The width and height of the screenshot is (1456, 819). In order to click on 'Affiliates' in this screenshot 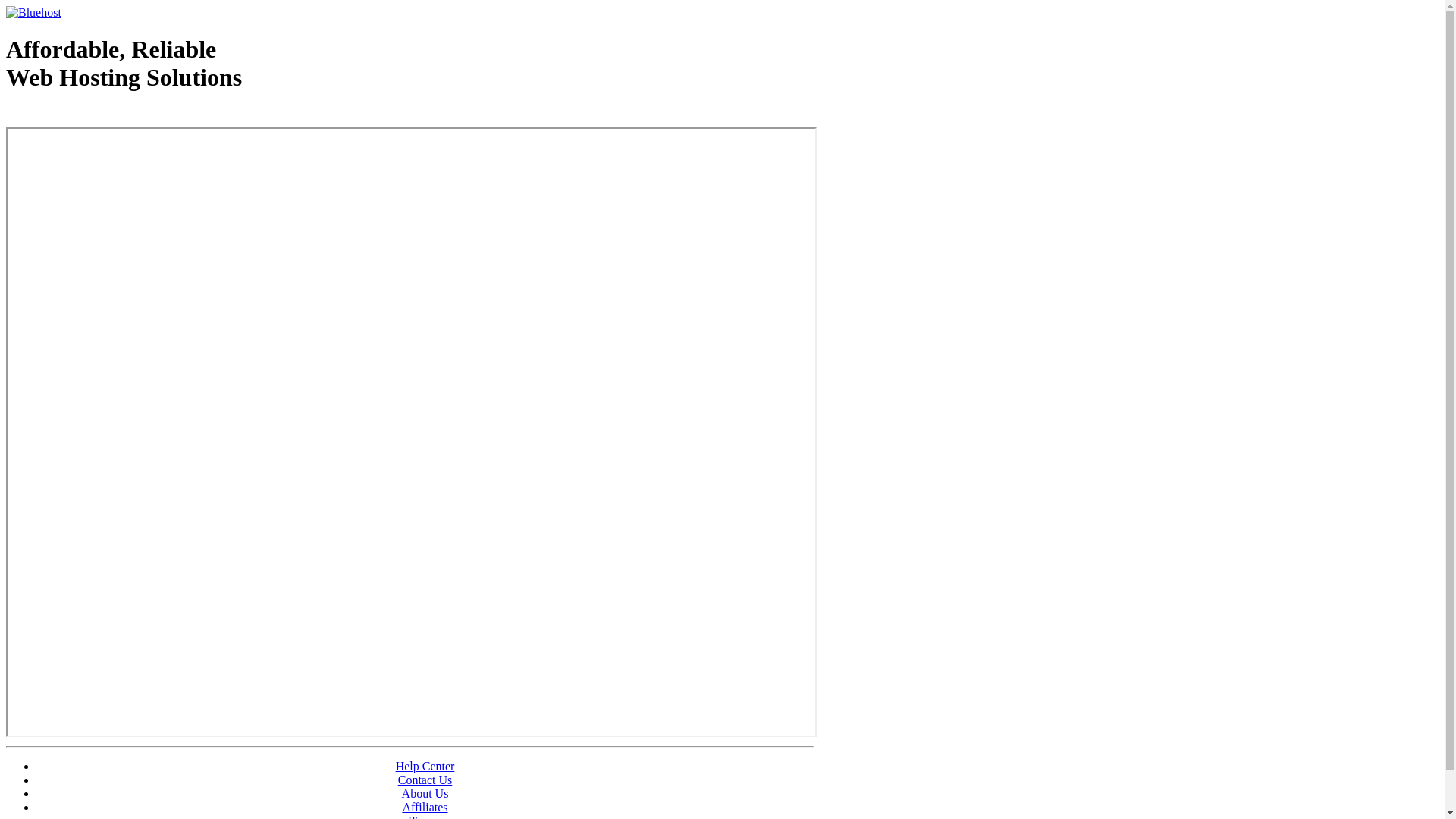, I will do `click(425, 806)`.